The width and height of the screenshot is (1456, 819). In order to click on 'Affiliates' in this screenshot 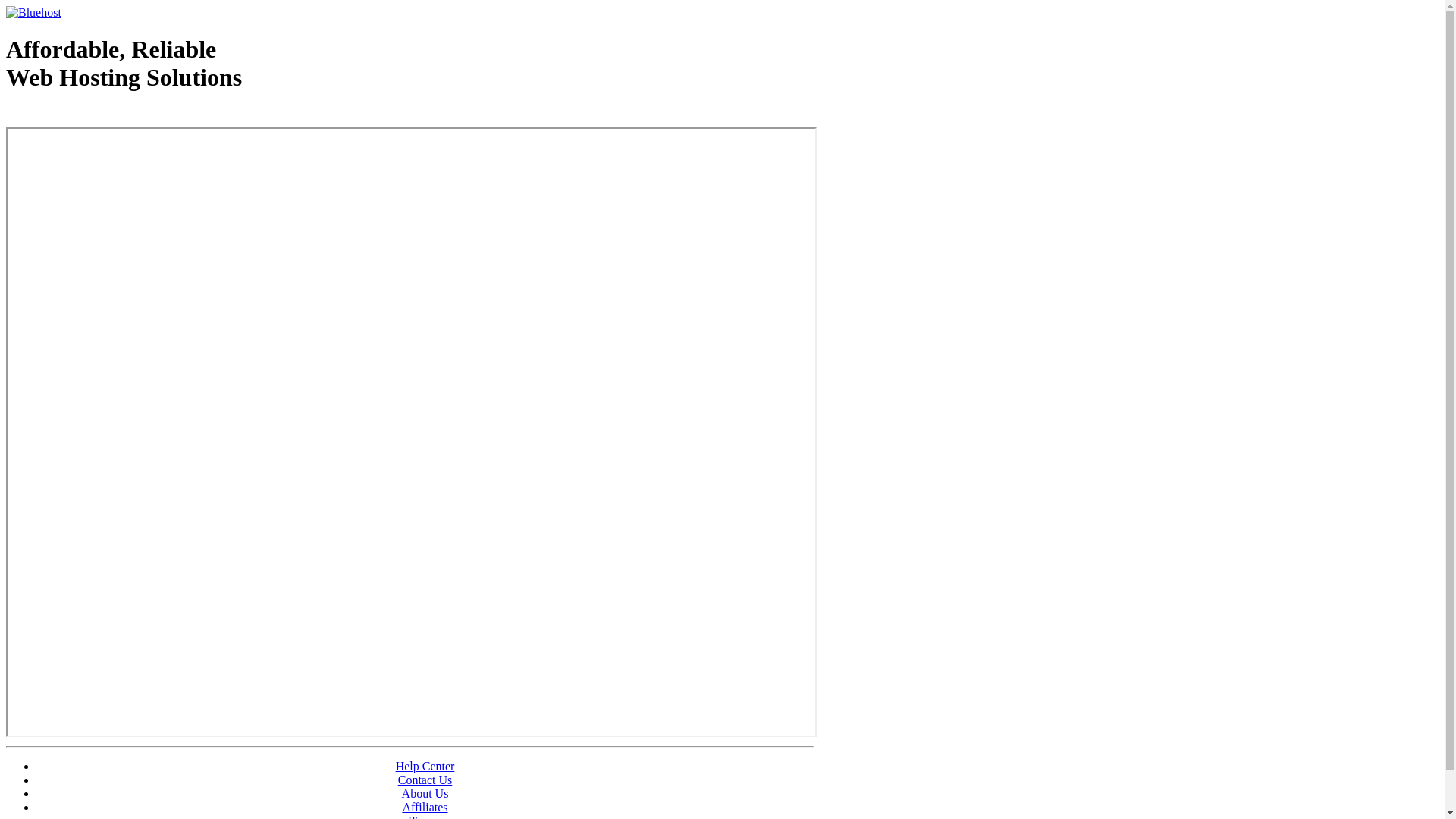, I will do `click(425, 806)`.